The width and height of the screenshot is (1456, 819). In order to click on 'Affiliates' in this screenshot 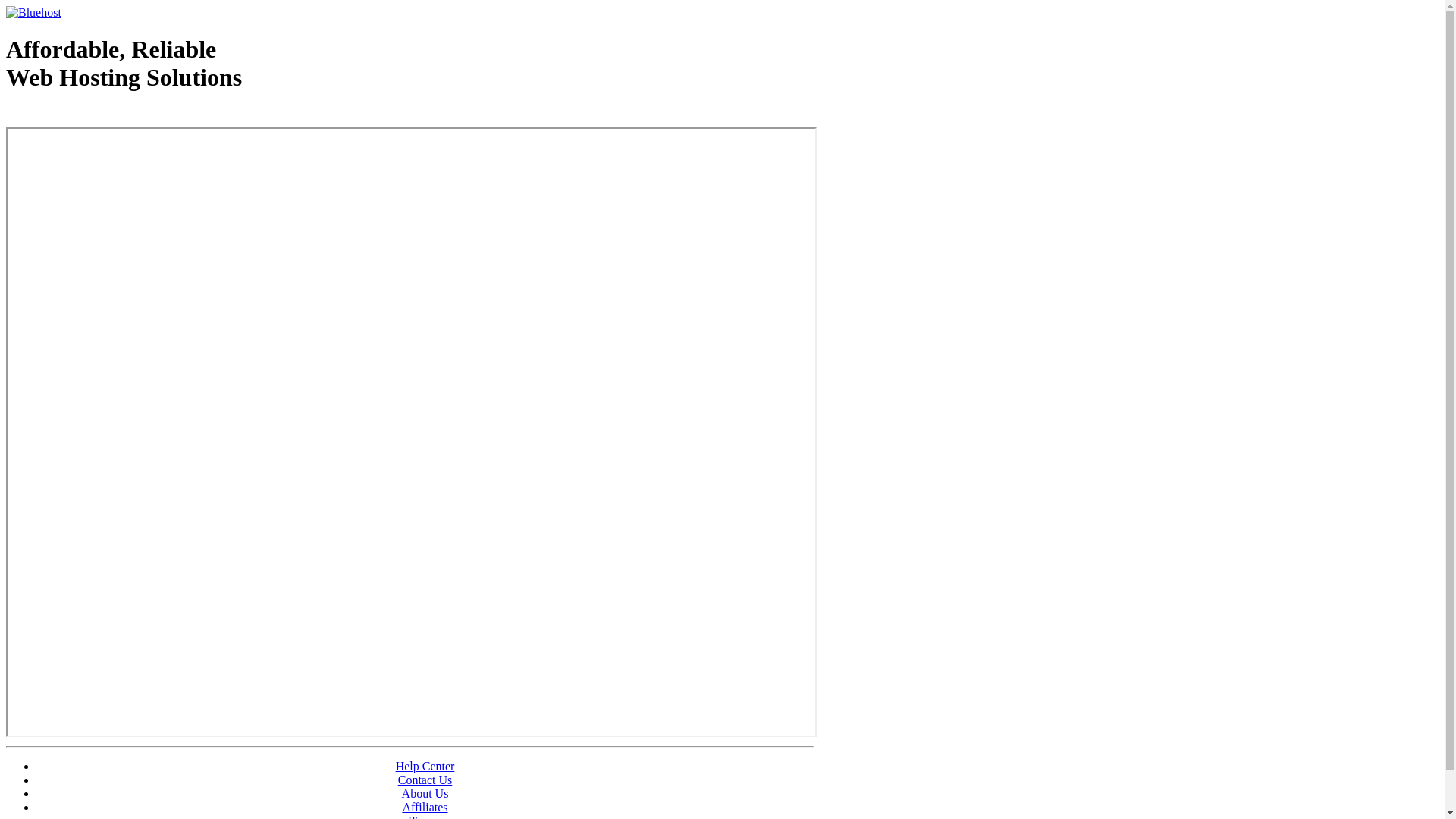, I will do `click(425, 806)`.